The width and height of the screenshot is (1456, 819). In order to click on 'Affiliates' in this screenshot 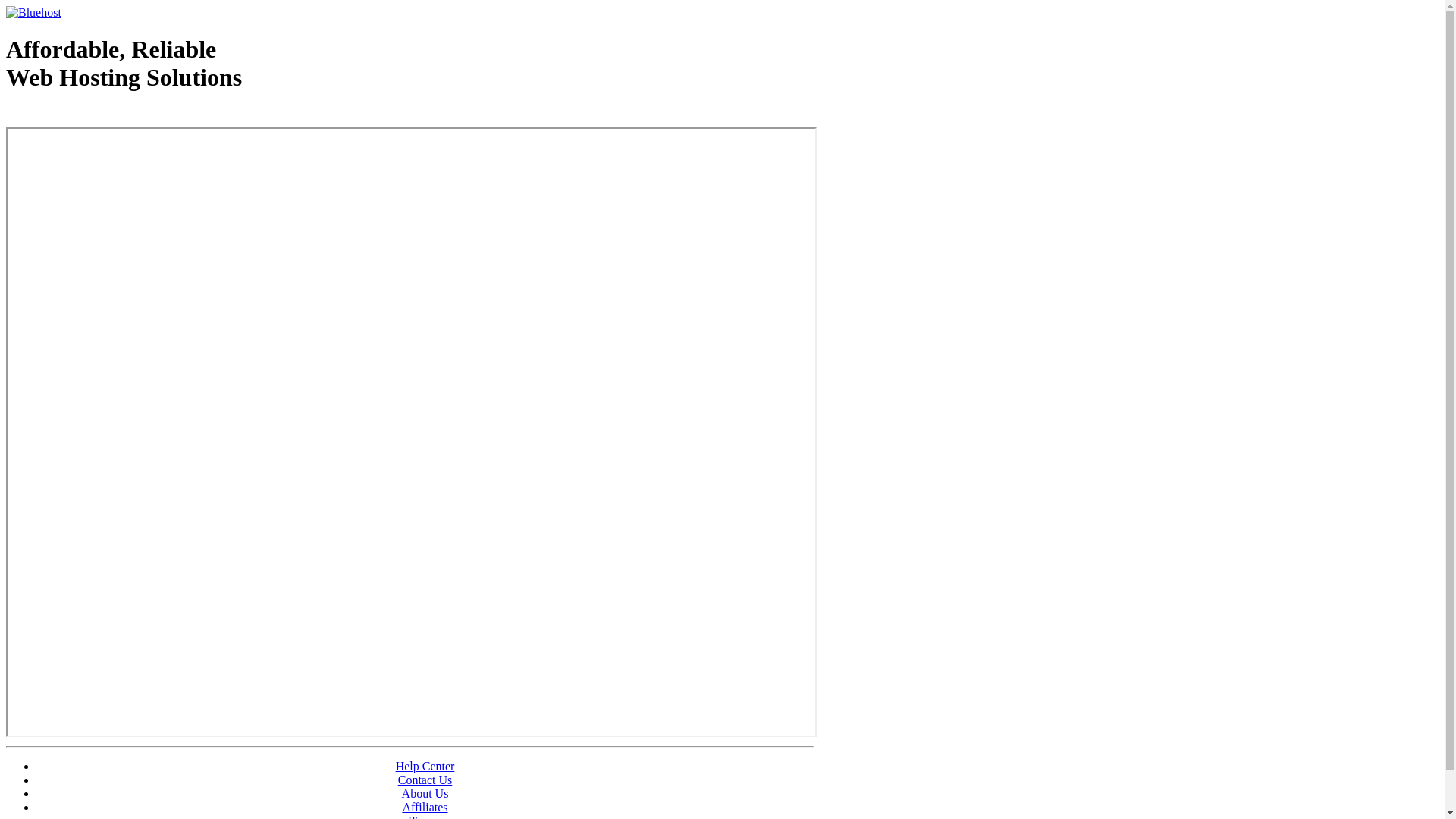, I will do `click(425, 806)`.